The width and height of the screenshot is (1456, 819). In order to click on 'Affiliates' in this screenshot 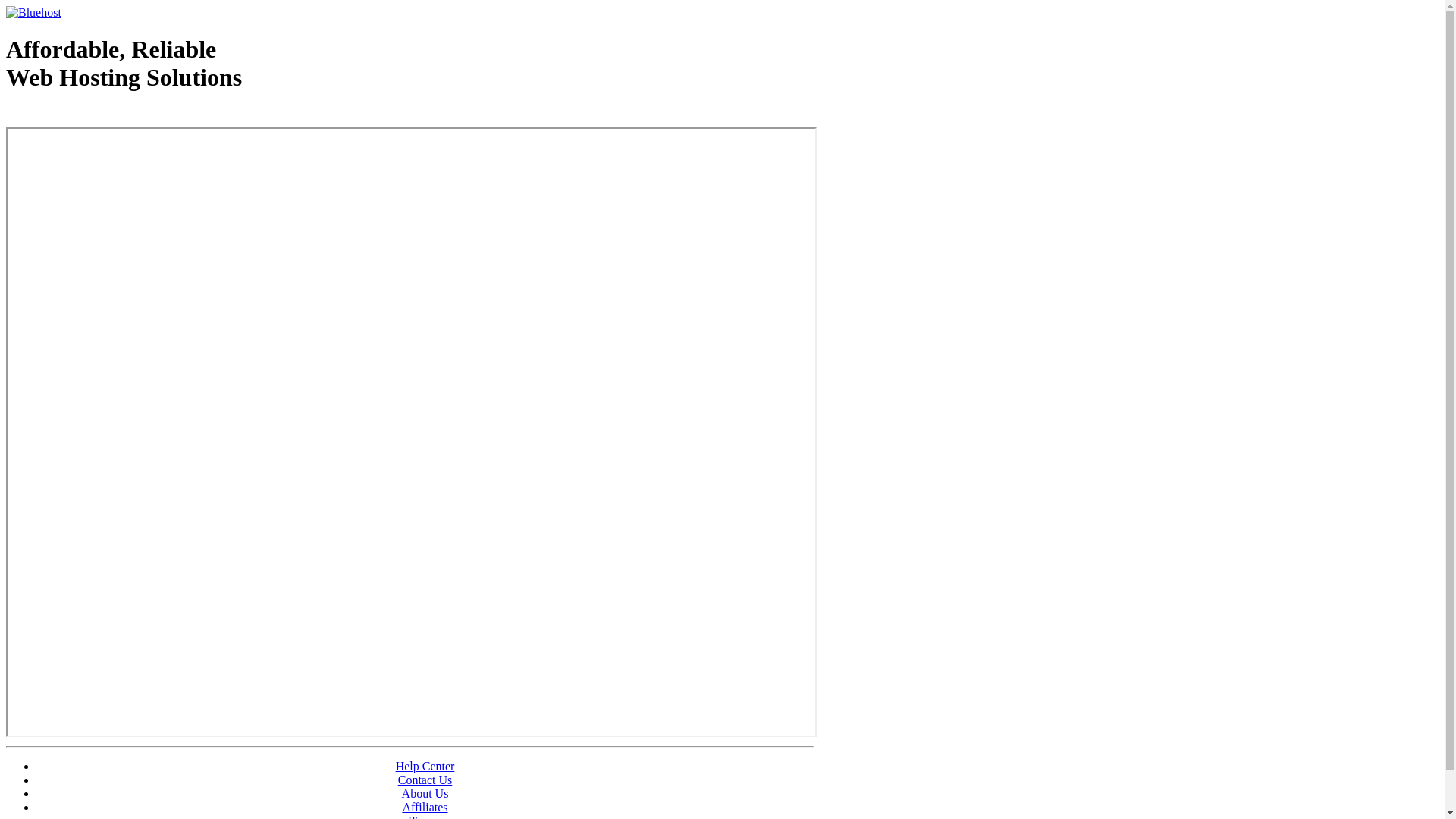, I will do `click(425, 806)`.